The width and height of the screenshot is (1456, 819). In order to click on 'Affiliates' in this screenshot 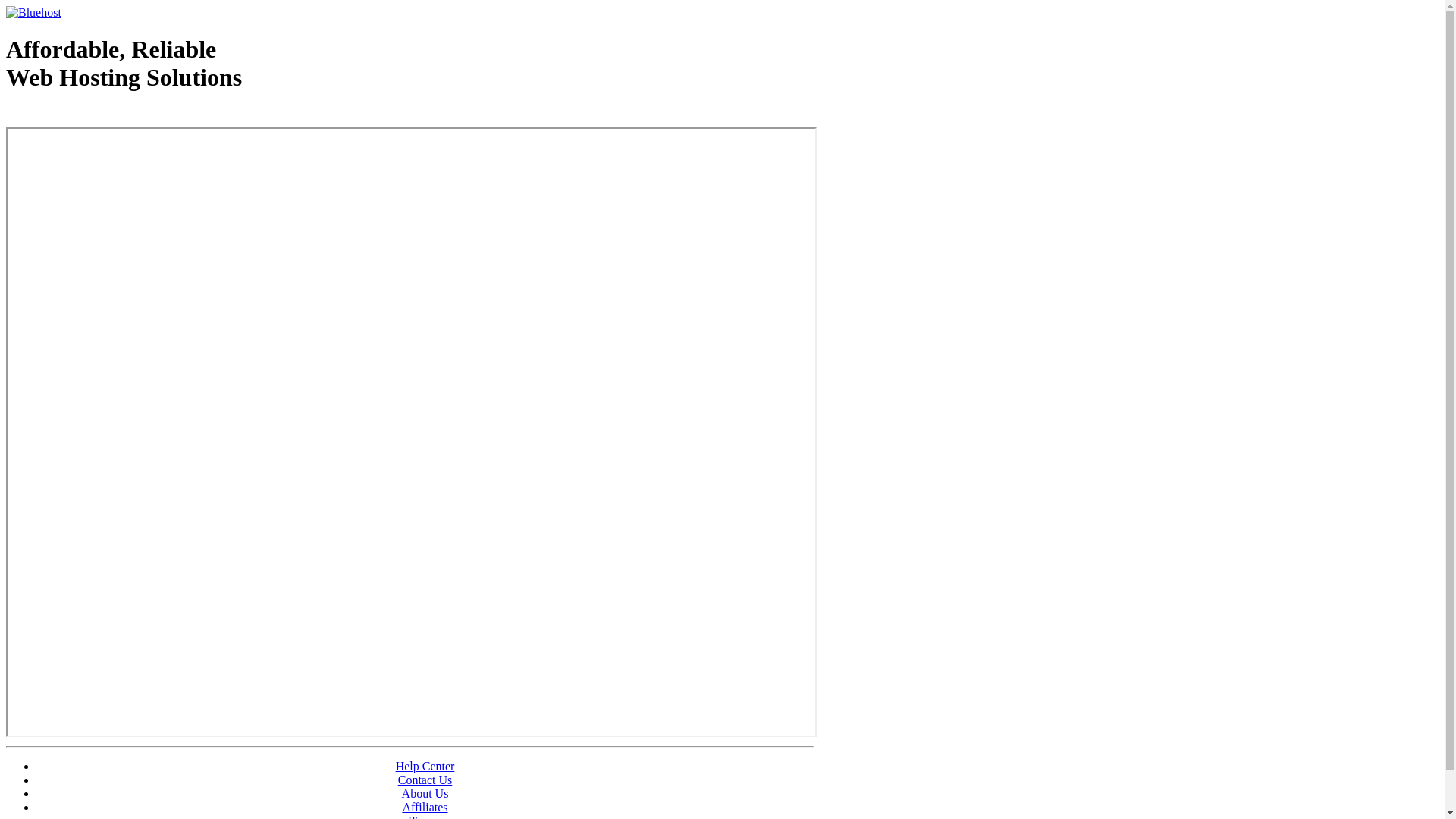, I will do `click(425, 806)`.